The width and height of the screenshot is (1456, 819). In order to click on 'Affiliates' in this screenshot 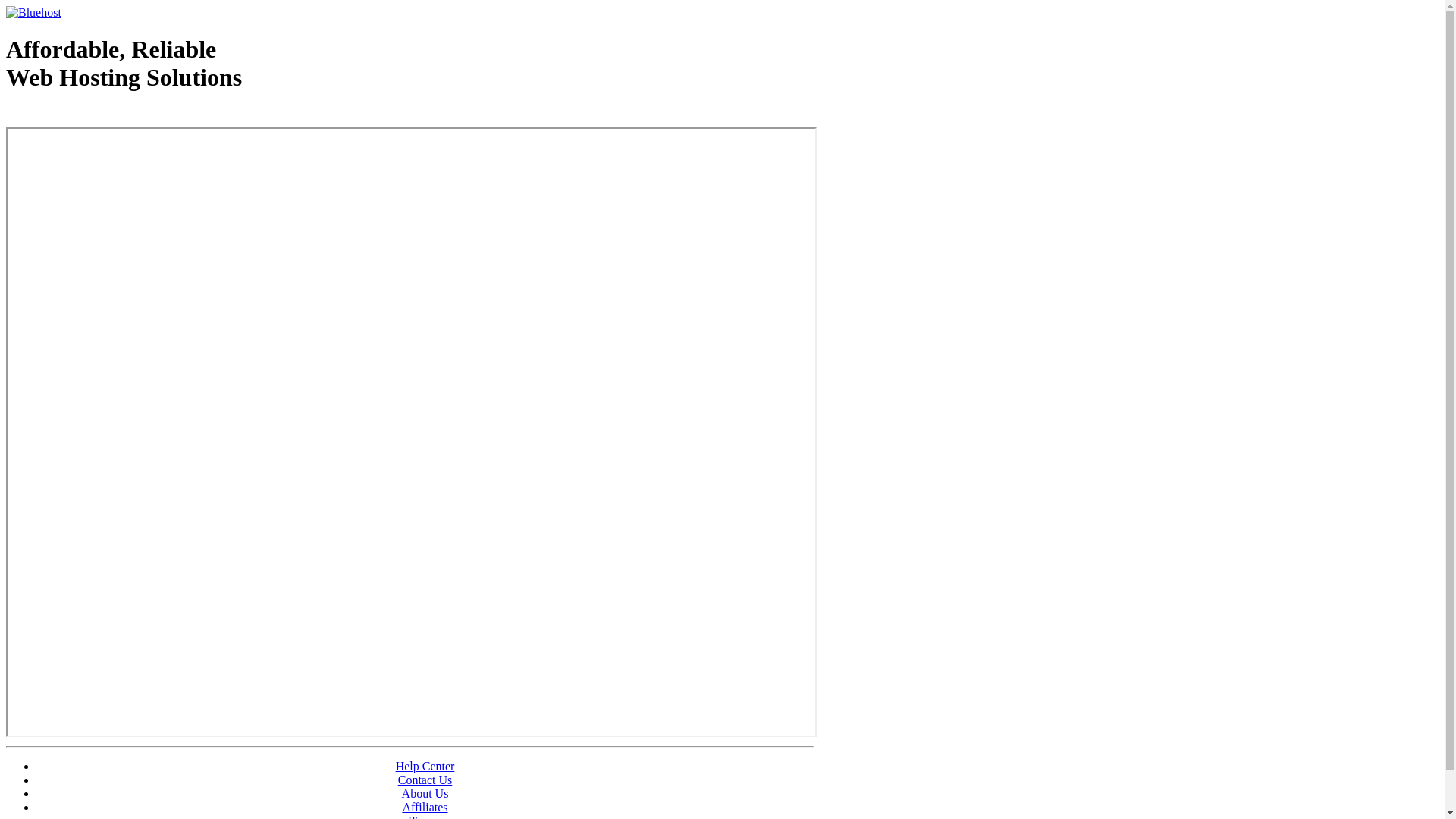, I will do `click(425, 806)`.